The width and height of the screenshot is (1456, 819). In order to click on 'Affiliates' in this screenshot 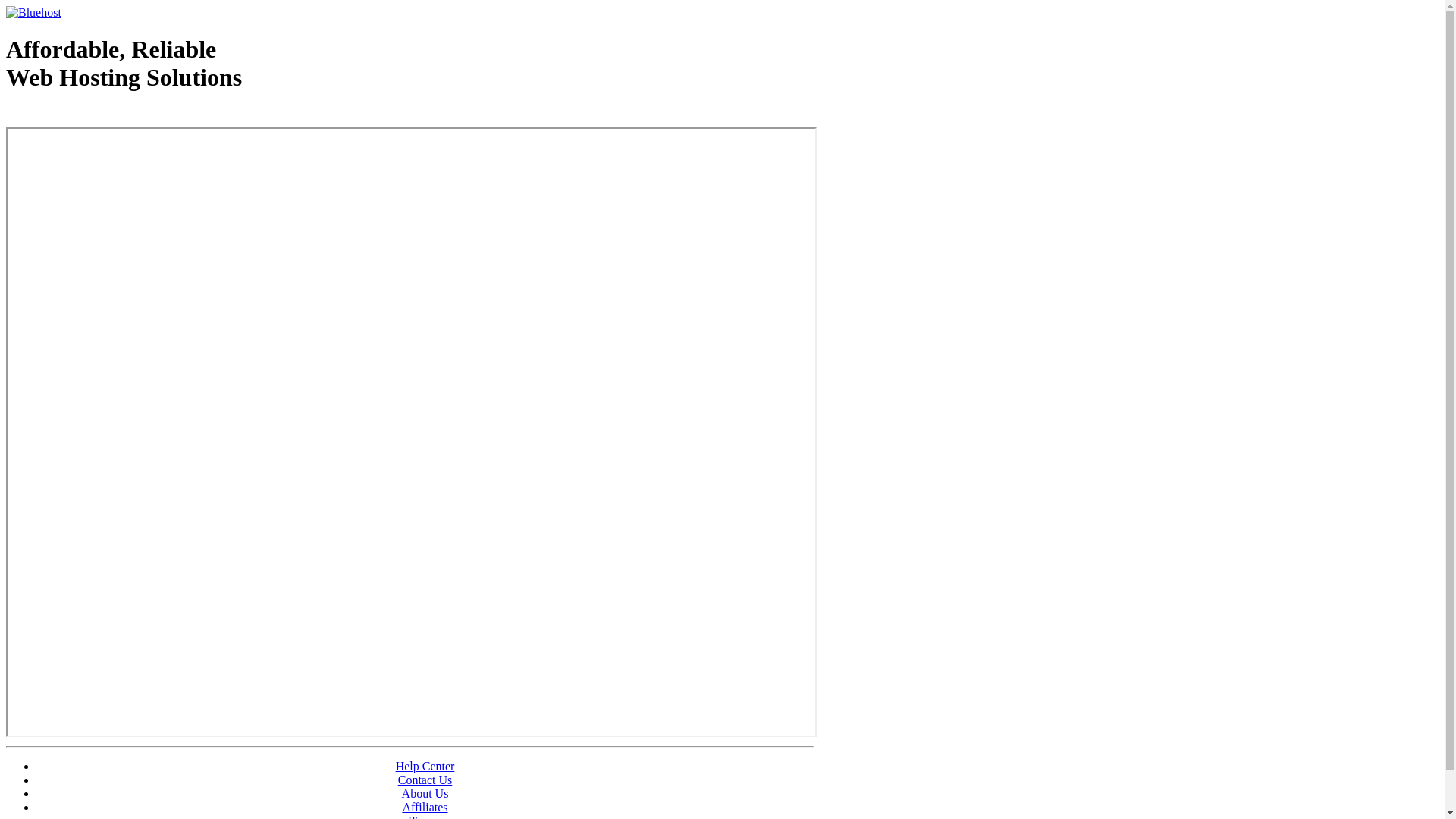, I will do `click(425, 806)`.